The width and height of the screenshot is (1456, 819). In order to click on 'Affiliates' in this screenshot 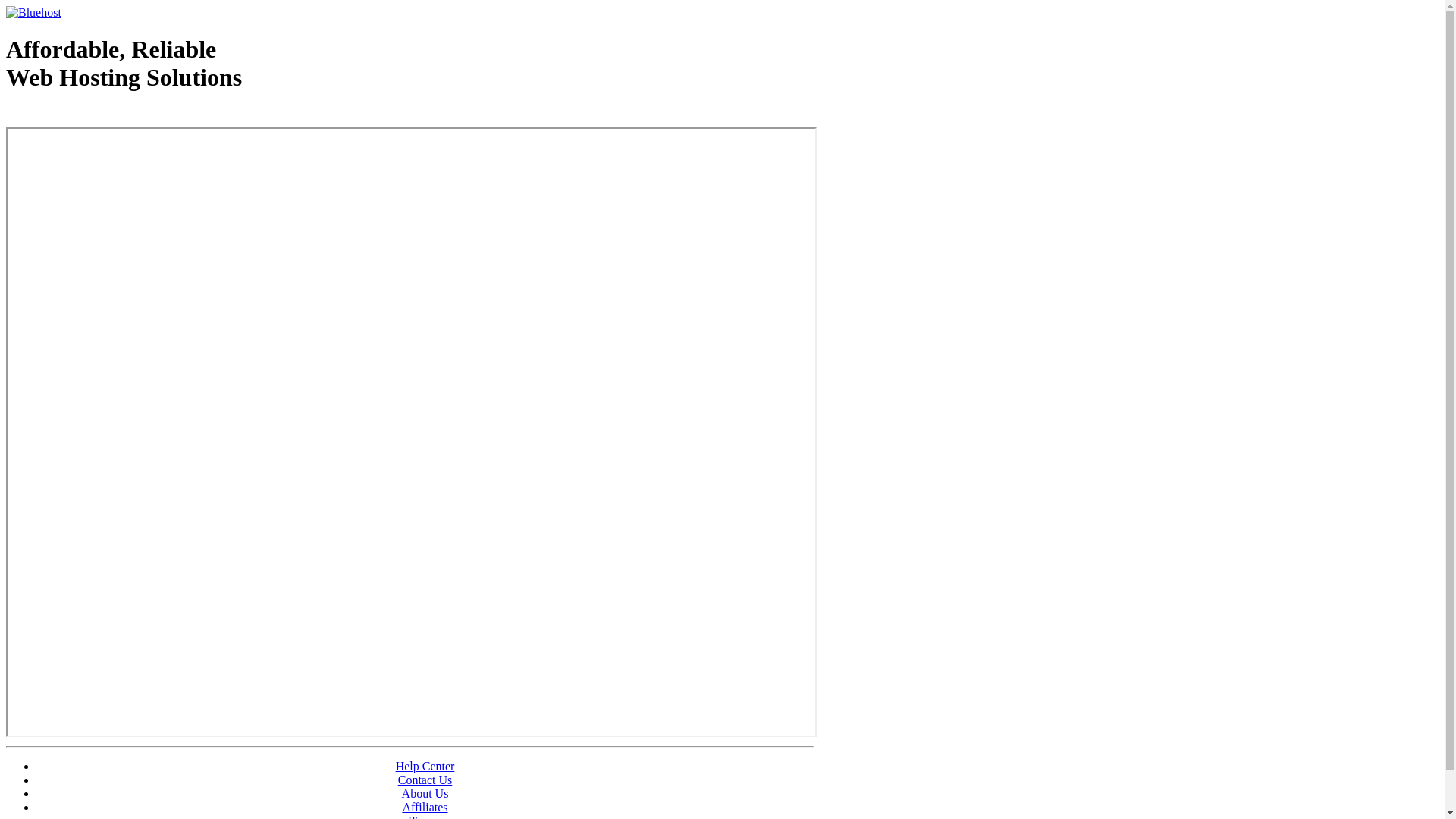, I will do `click(425, 806)`.